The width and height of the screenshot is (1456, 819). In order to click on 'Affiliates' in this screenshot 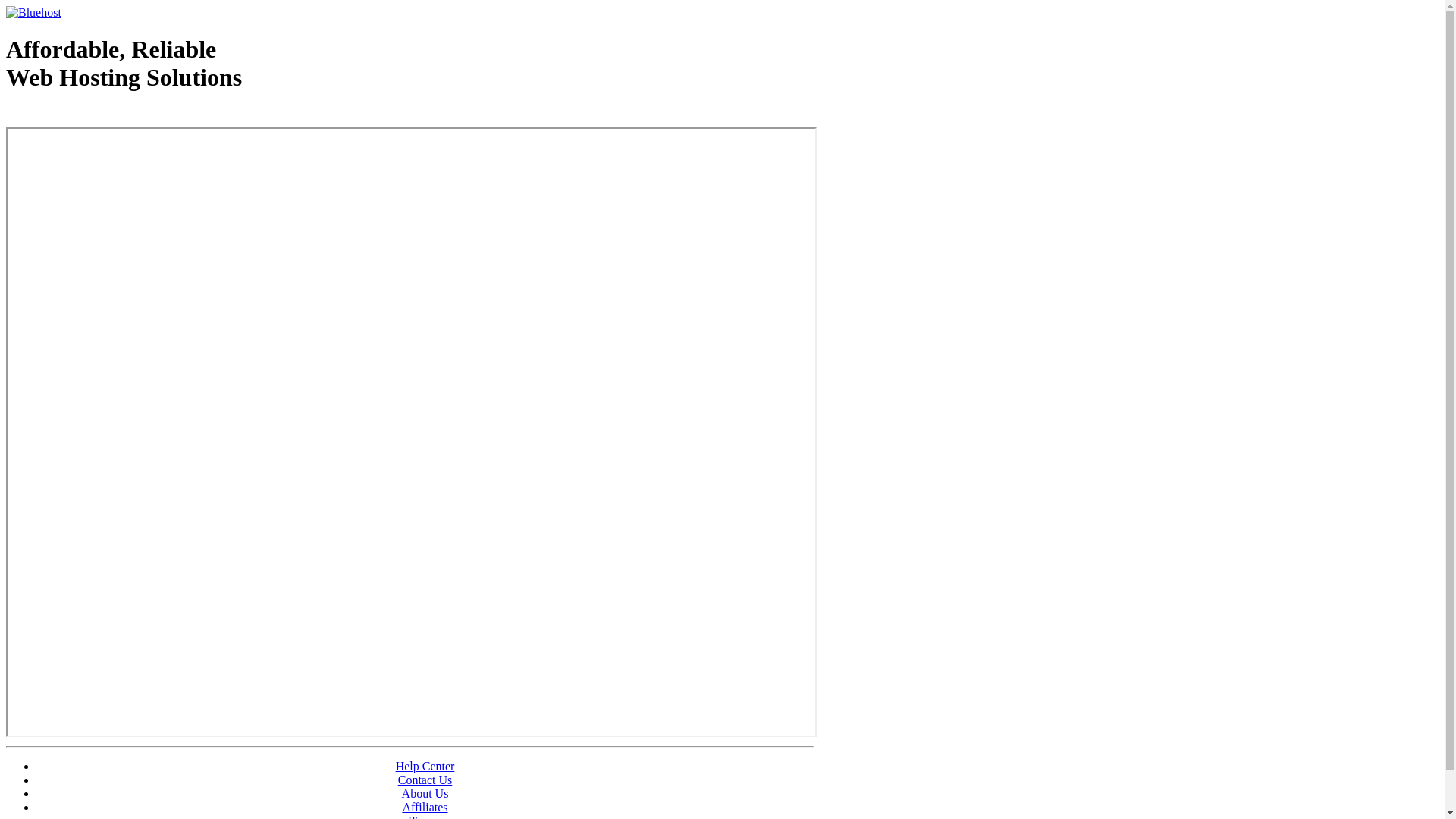, I will do `click(425, 806)`.